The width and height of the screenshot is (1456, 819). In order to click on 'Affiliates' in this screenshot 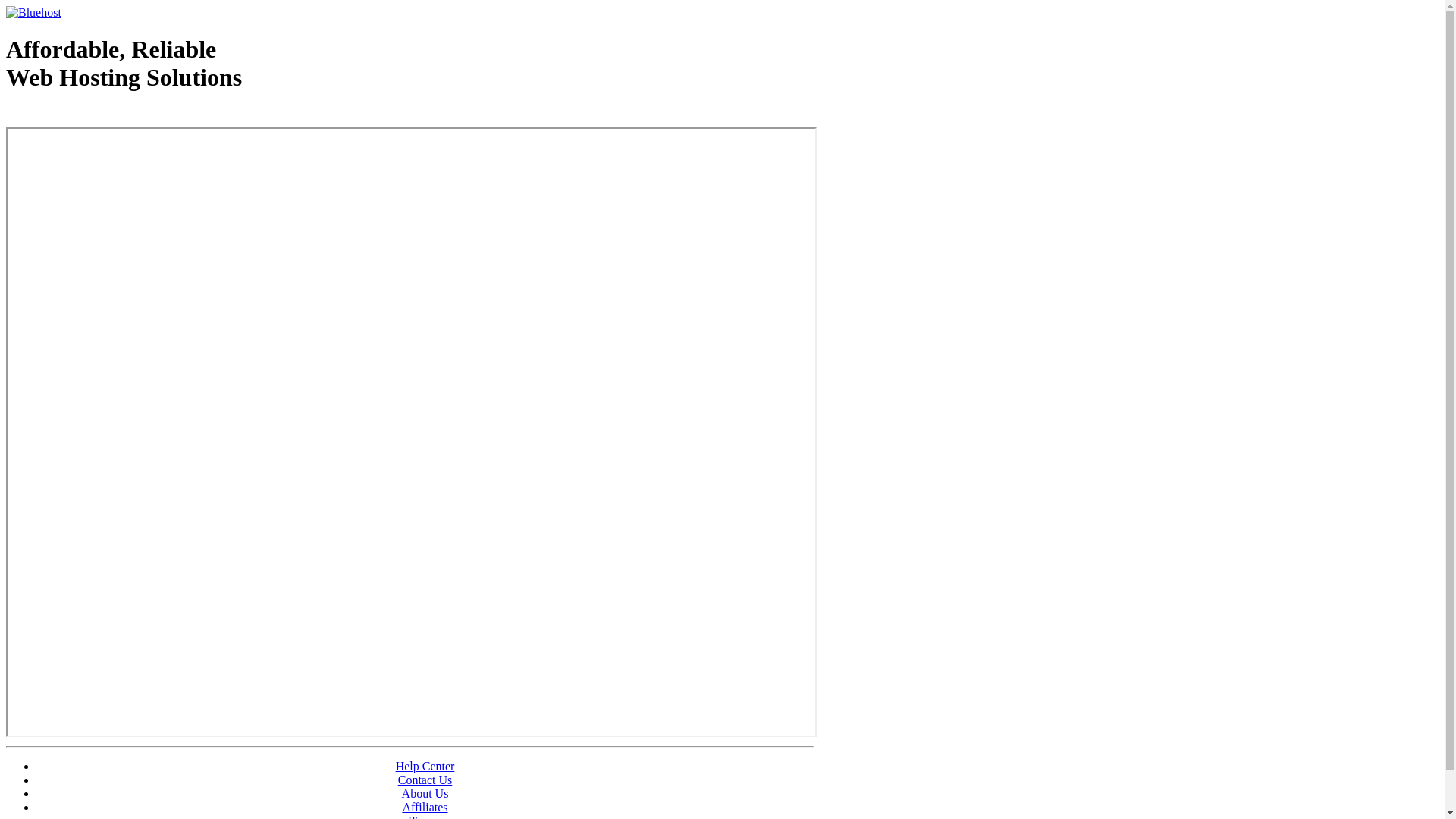, I will do `click(425, 806)`.